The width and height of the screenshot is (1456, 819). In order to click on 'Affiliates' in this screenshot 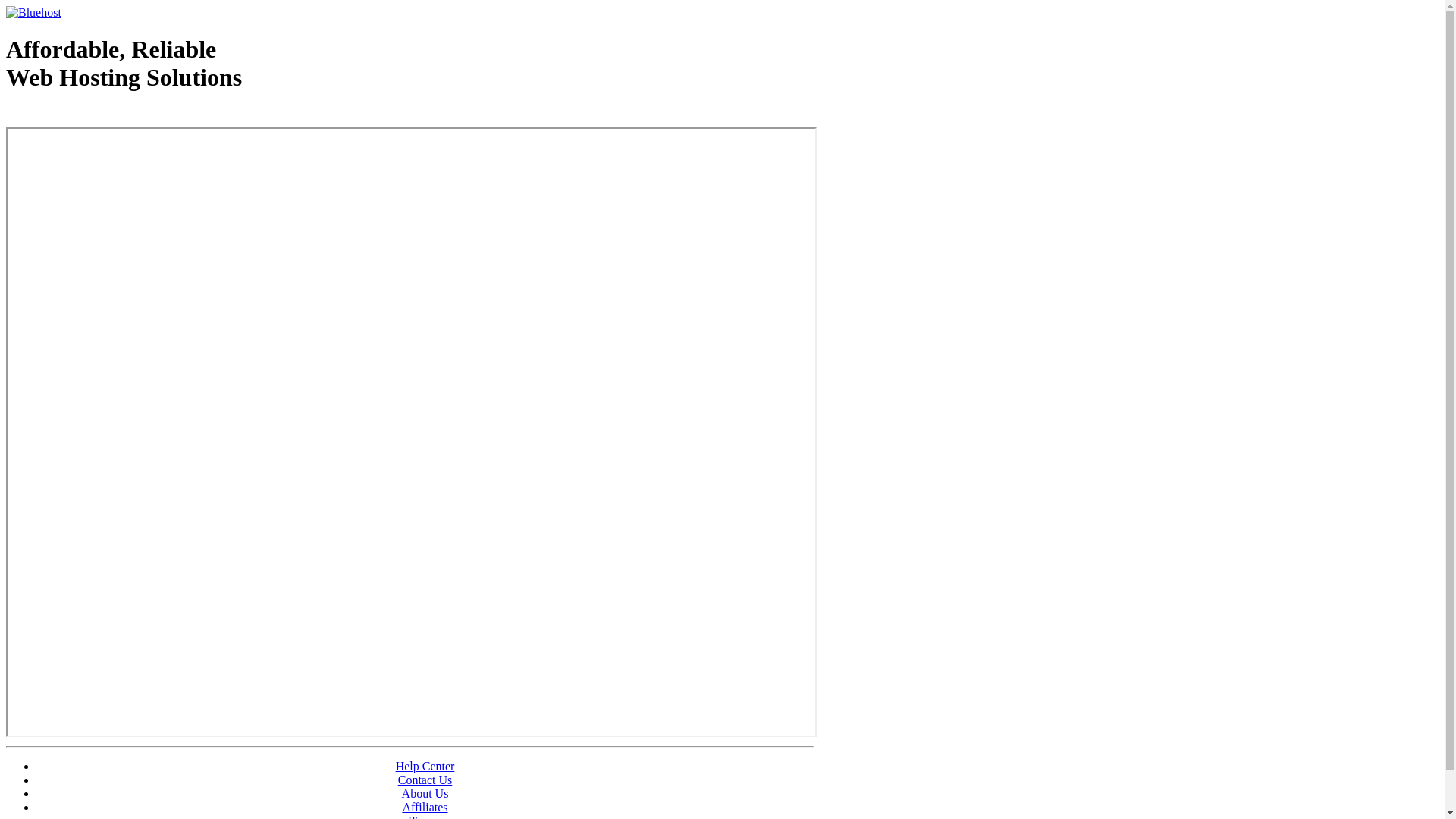, I will do `click(425, 806)`.